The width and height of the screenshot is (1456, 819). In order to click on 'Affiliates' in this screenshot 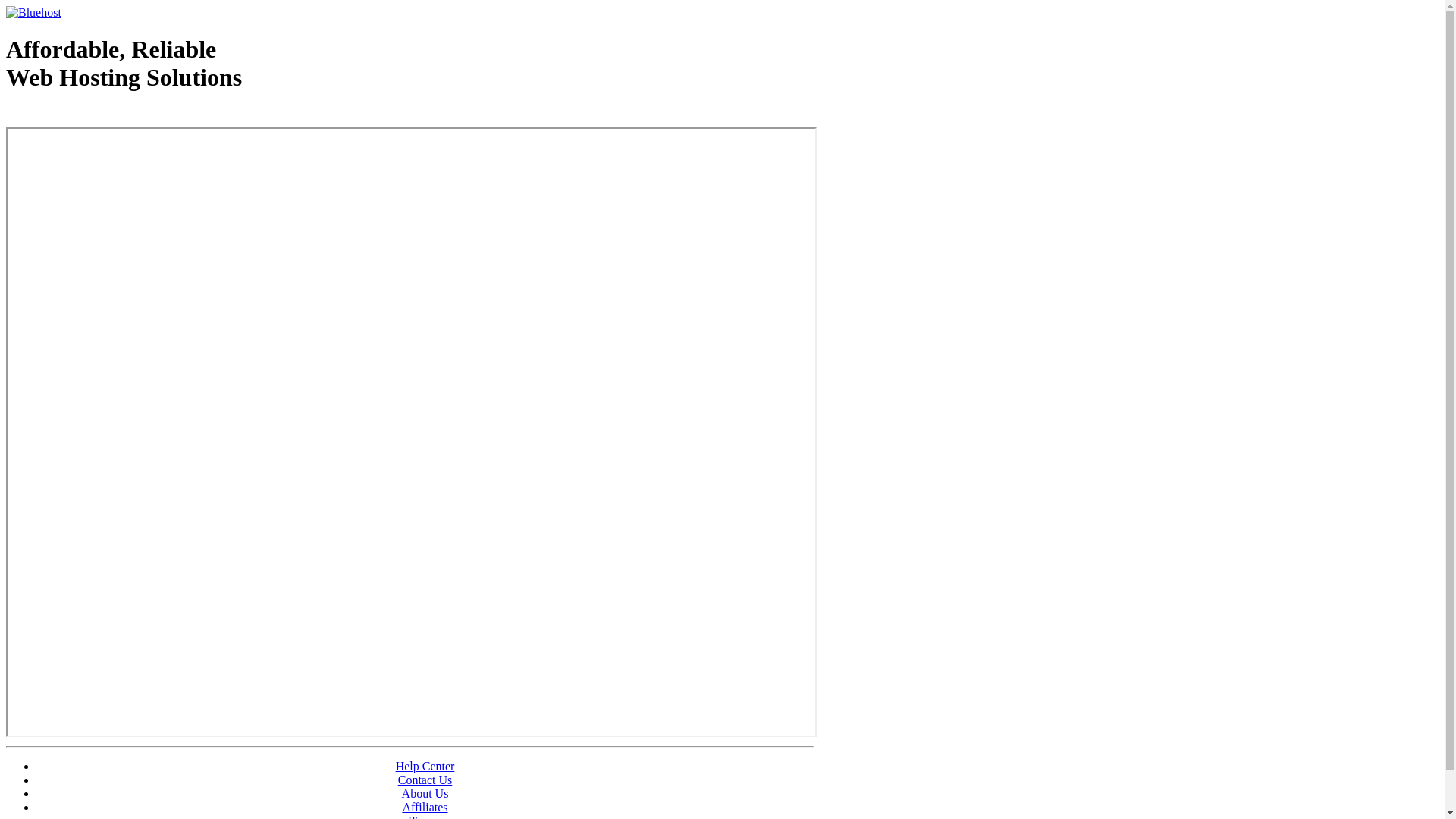, I will do `click(425, 806)`.